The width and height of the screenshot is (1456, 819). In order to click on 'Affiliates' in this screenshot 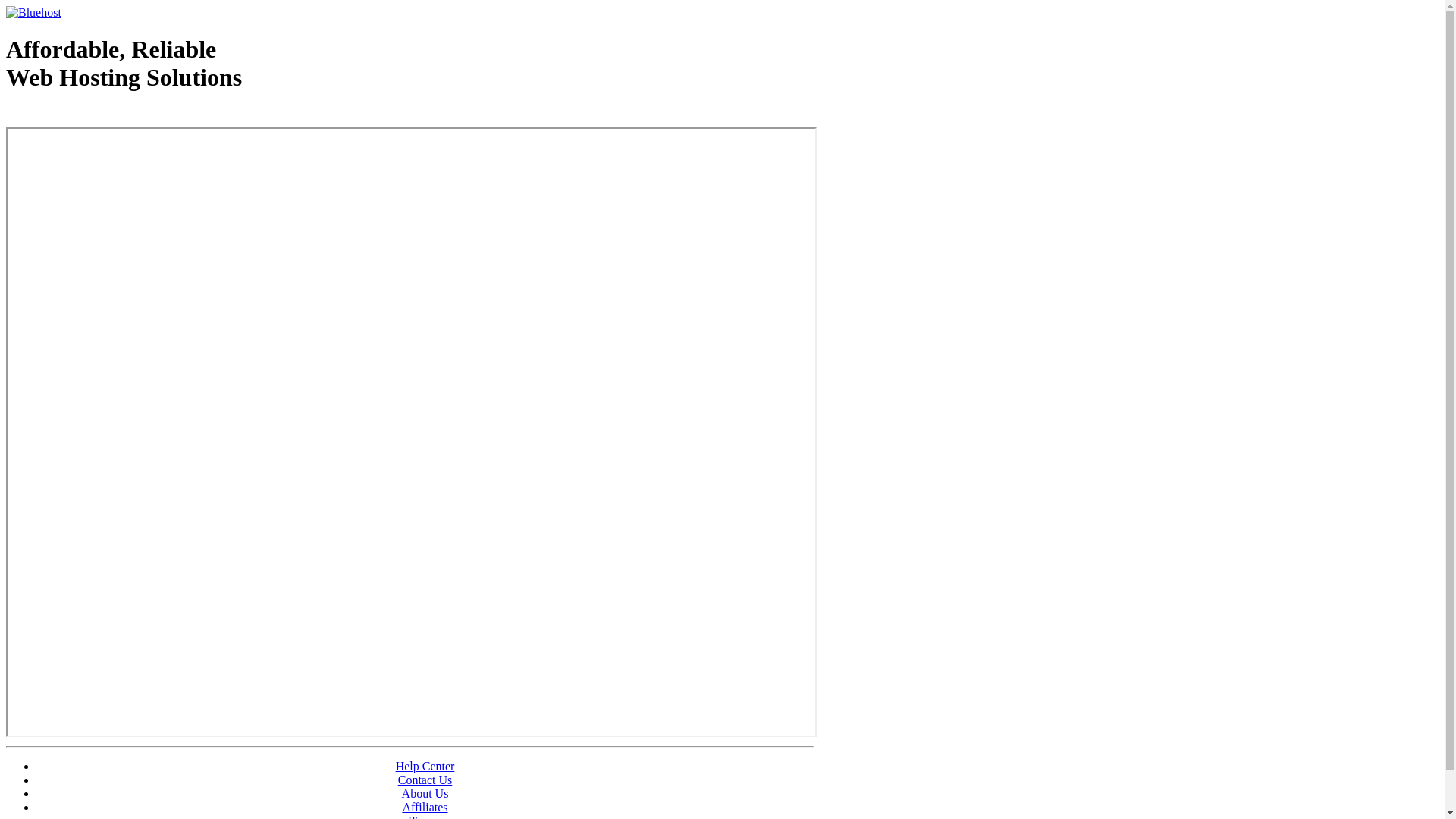, I will do `click(425, 806)`.